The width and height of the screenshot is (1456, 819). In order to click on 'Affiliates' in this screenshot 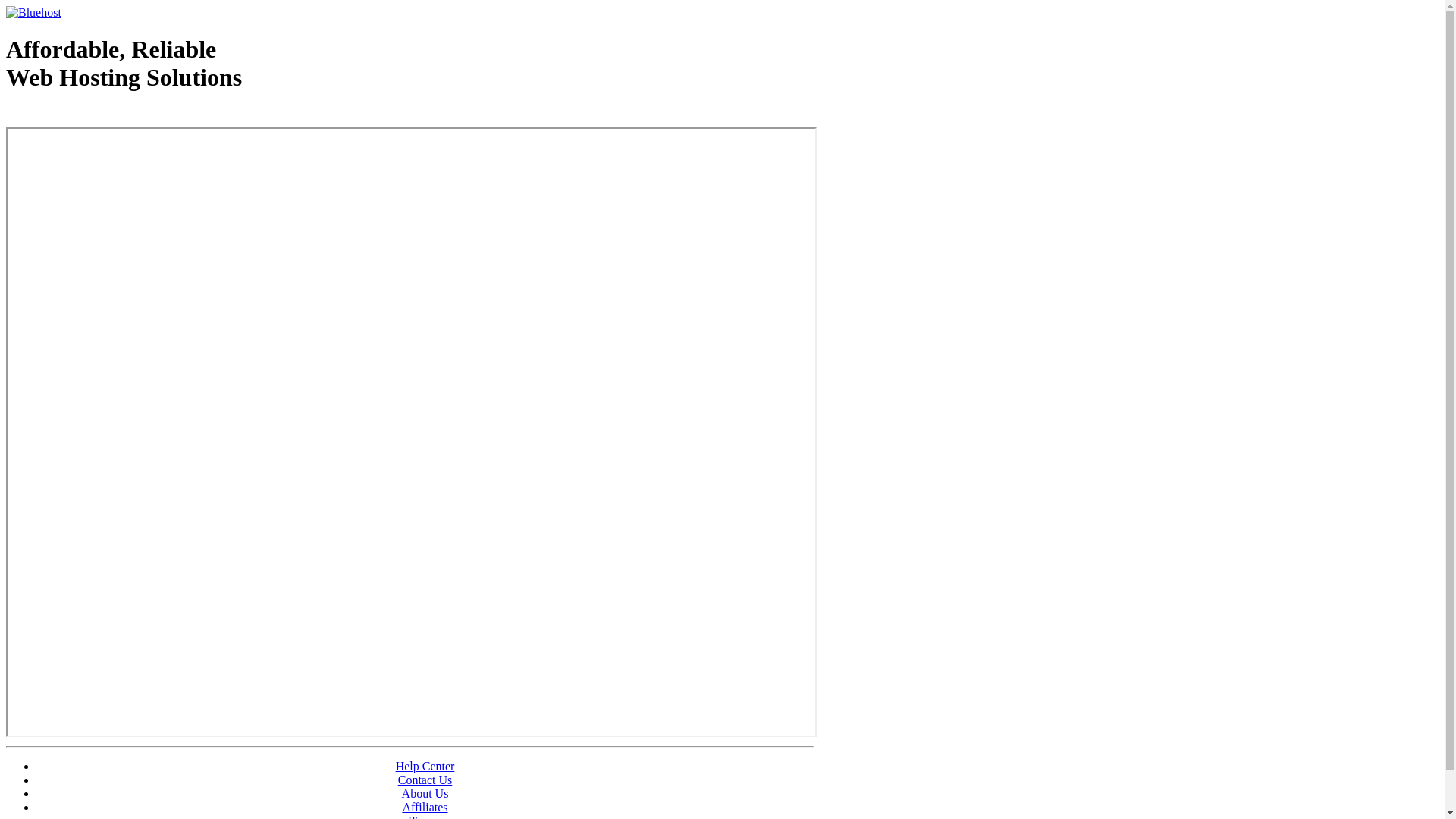, I will do `click(425, 806)`.